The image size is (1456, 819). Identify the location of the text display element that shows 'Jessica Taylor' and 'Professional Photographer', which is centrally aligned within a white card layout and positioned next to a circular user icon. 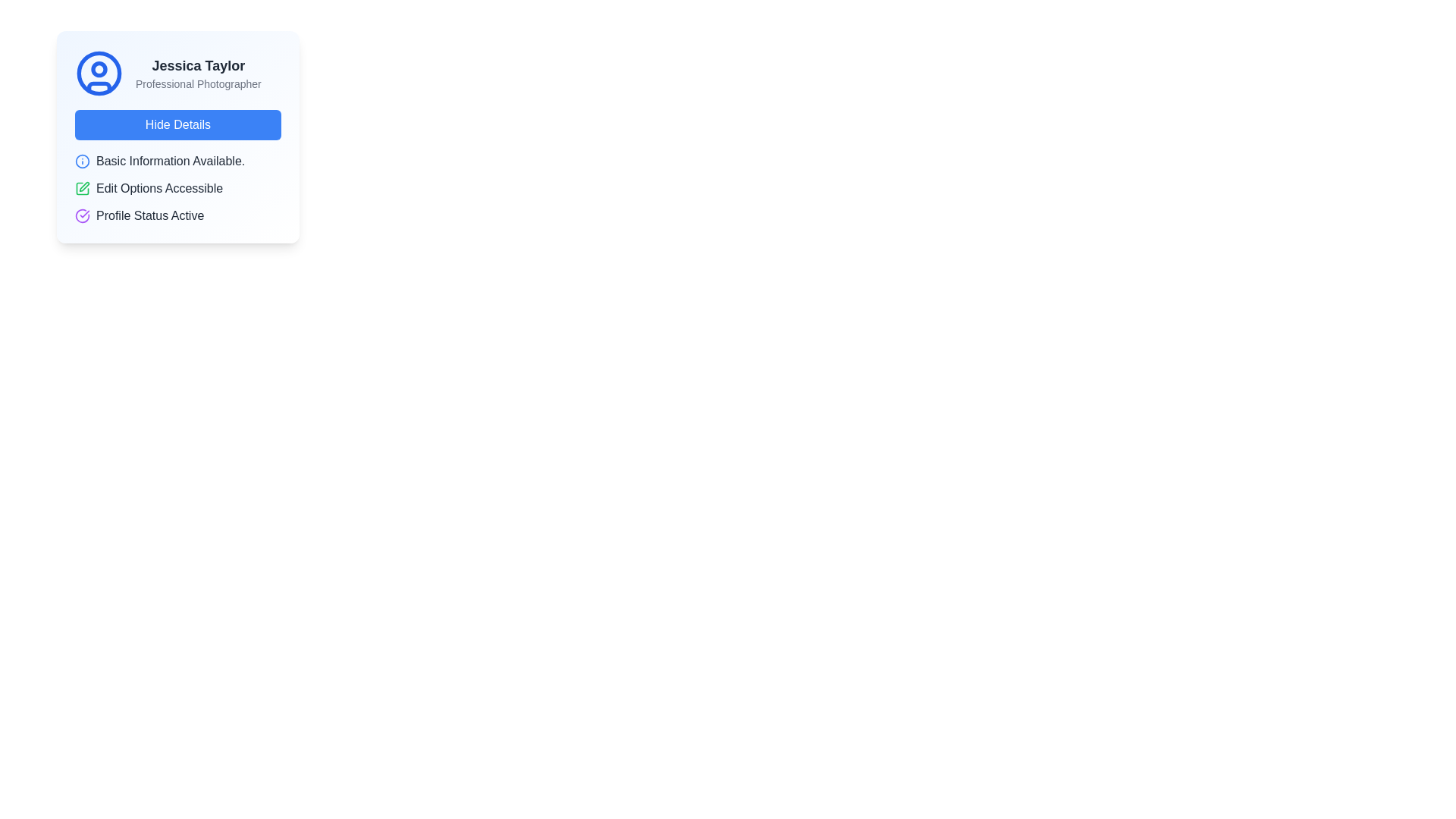
(197, 73).